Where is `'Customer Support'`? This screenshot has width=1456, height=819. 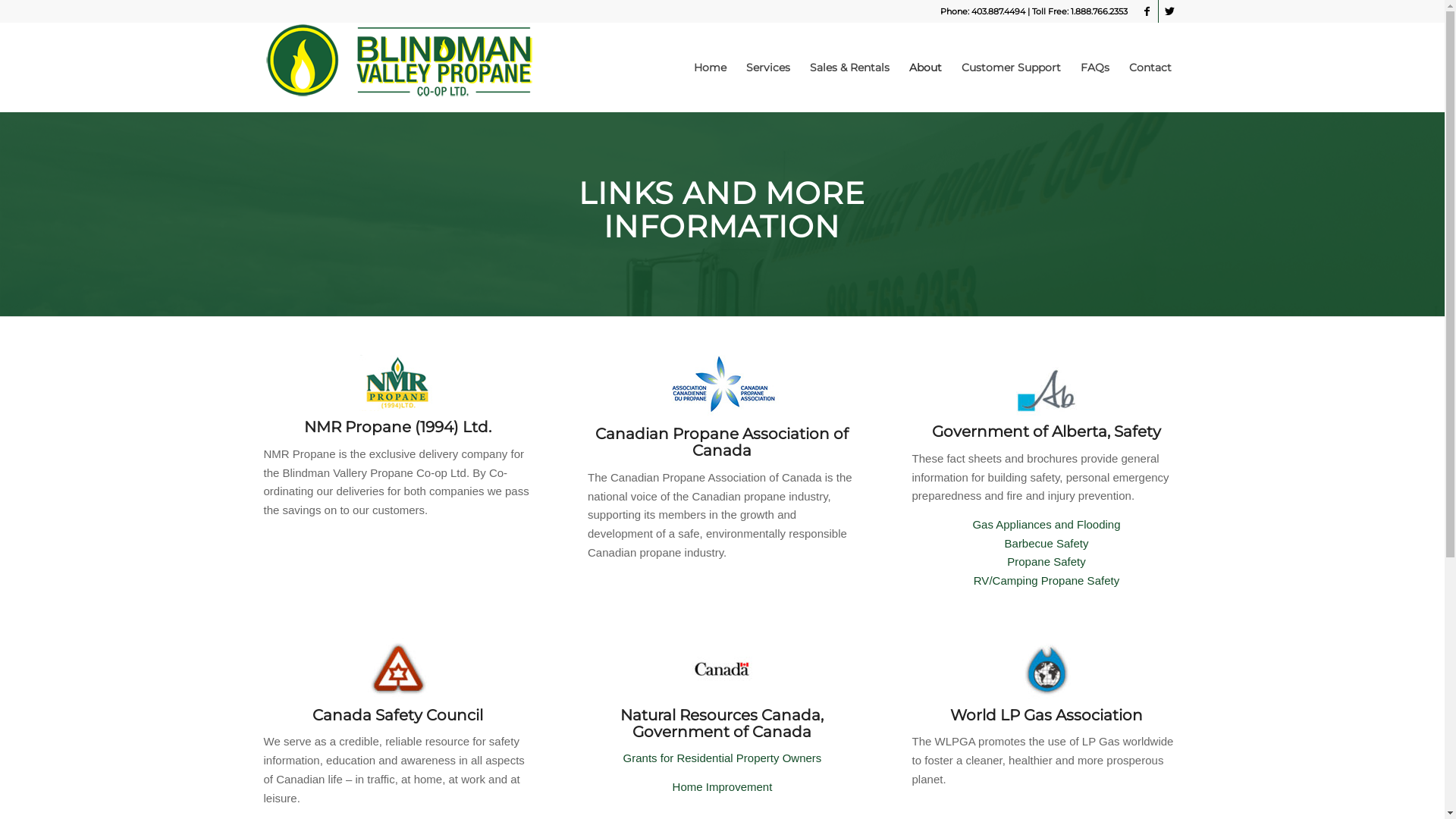
'Customer Support' is located at coordinates (1010, 66).